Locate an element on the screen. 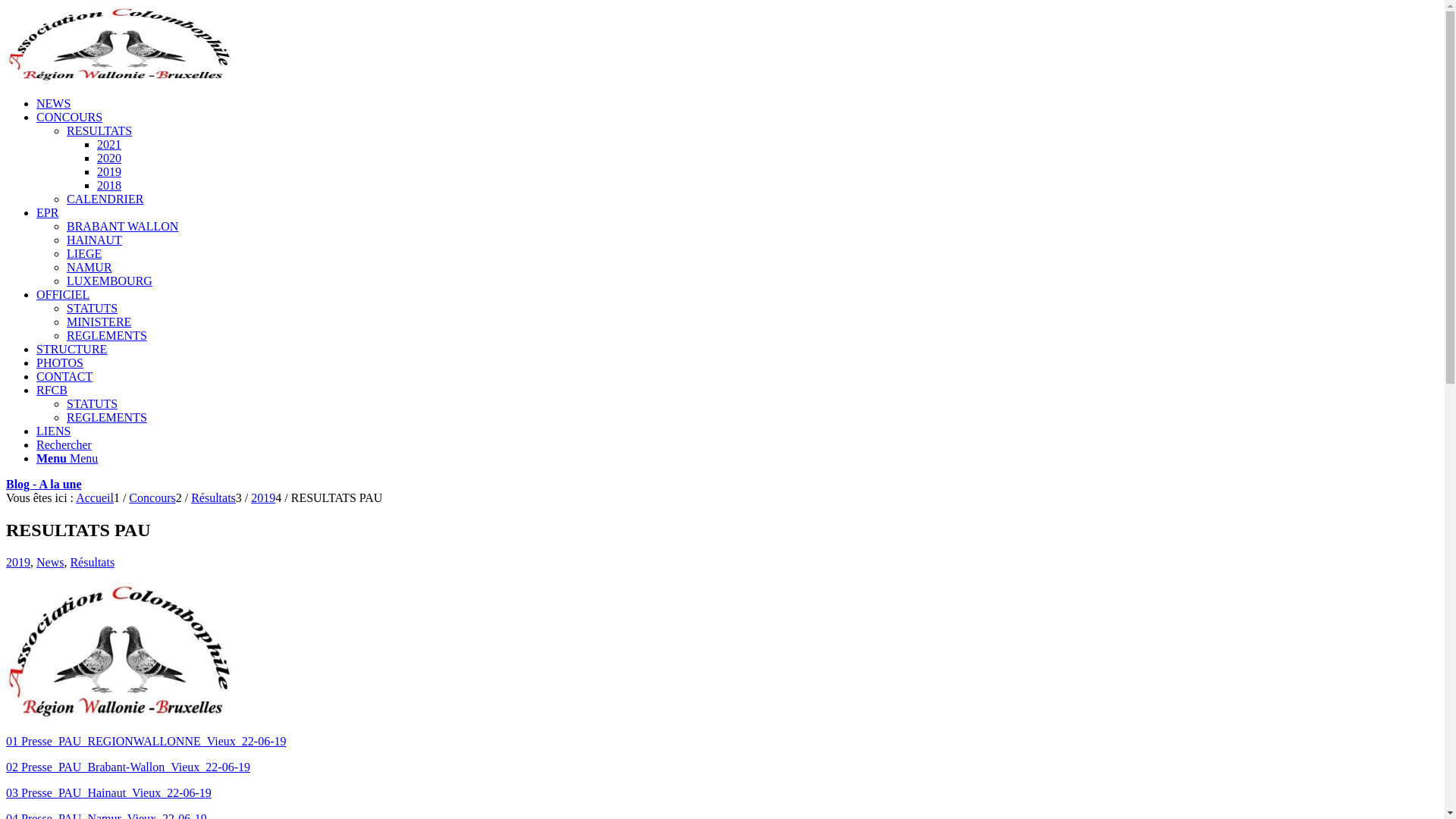 Image resolution: width=1456 pixels, height=819 pixels. '2019' is located at coordinates (108, 171).